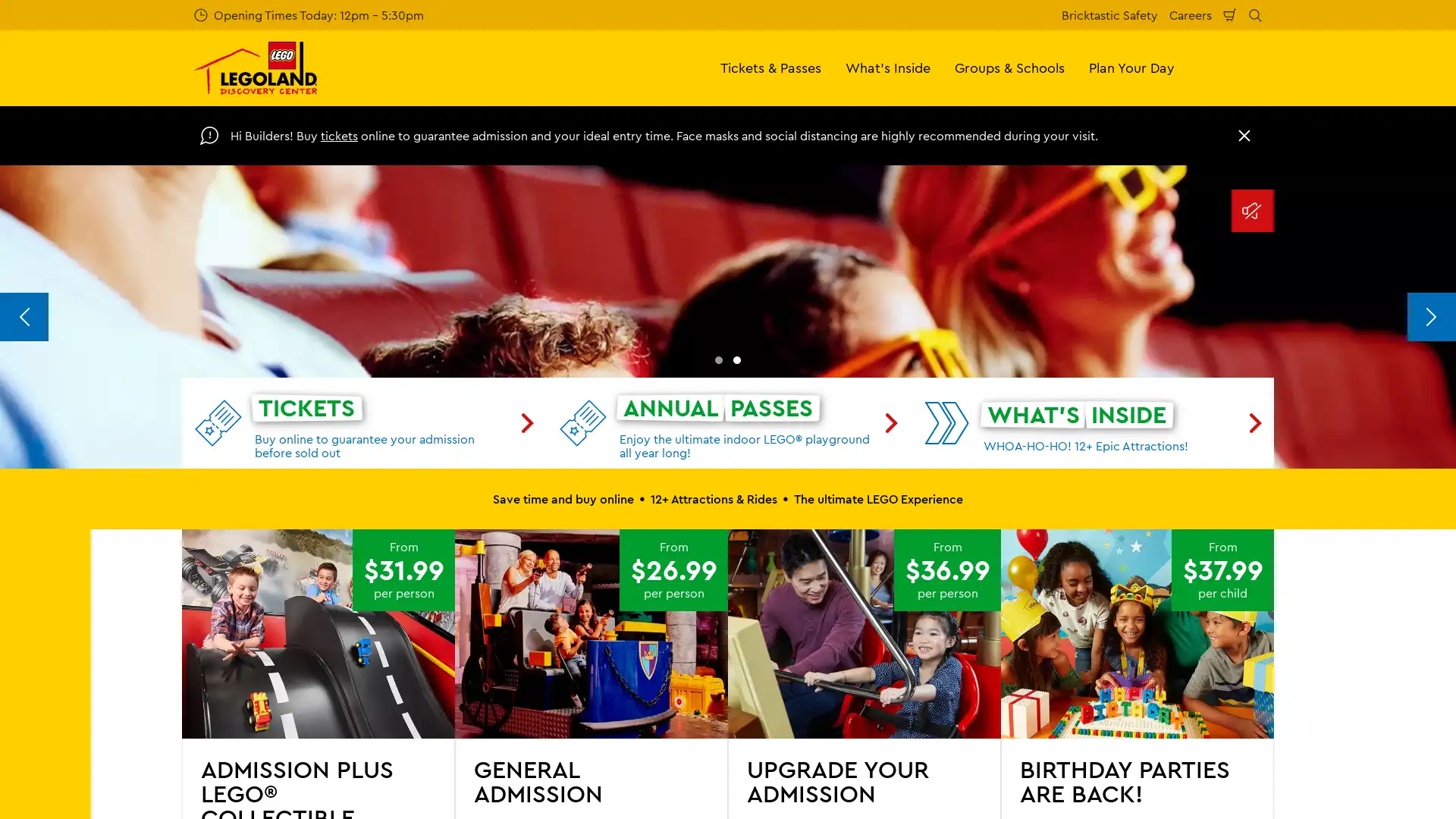 The image size is (1456, 819). Describe the element at coordinates (1131, 67) in the screenshot. I see `Plan Your Day` at that location.